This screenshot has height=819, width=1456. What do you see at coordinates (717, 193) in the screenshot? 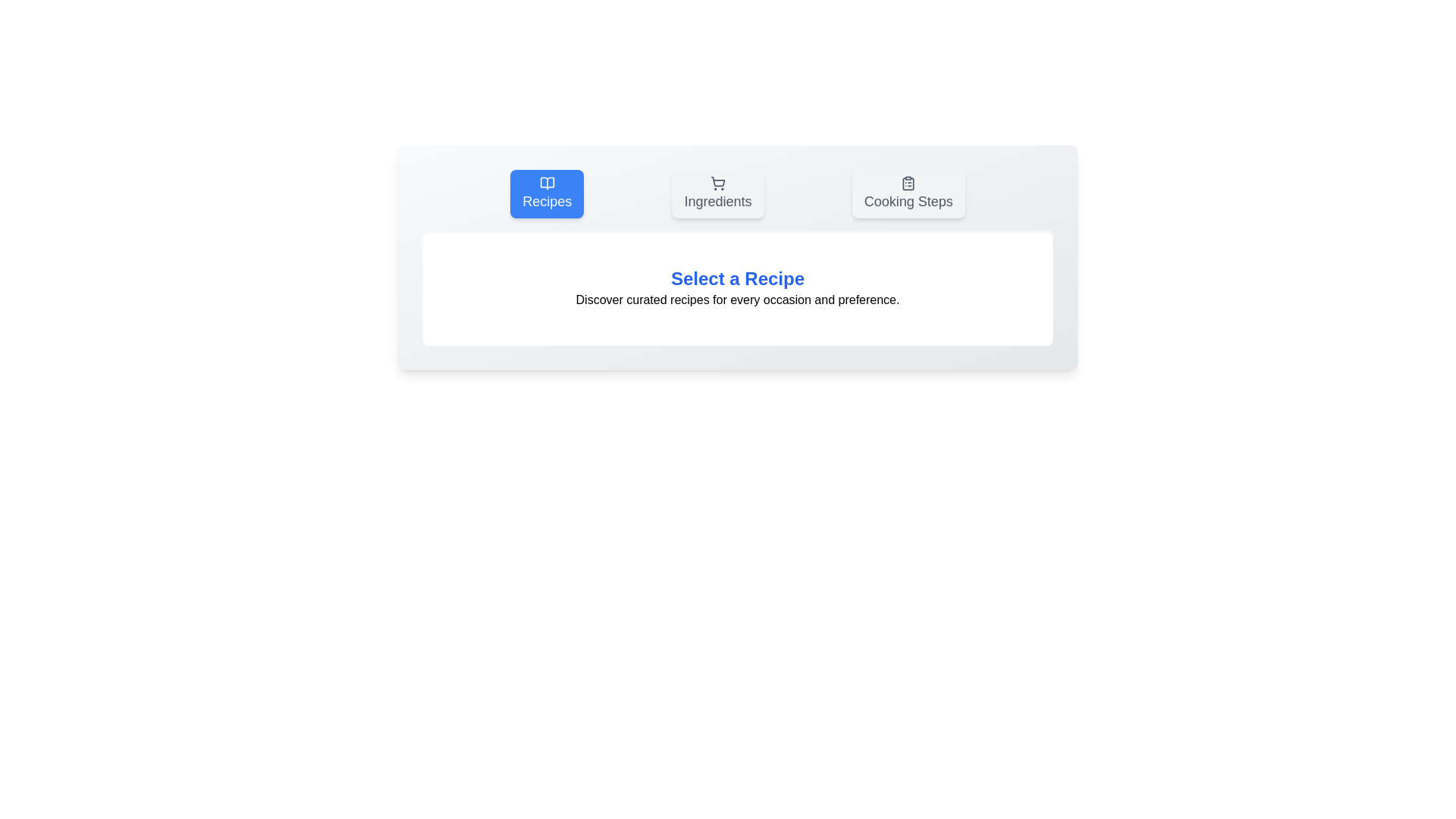
I see `the Ingredients tab by clicking on it` at bounding box center [717, 193].